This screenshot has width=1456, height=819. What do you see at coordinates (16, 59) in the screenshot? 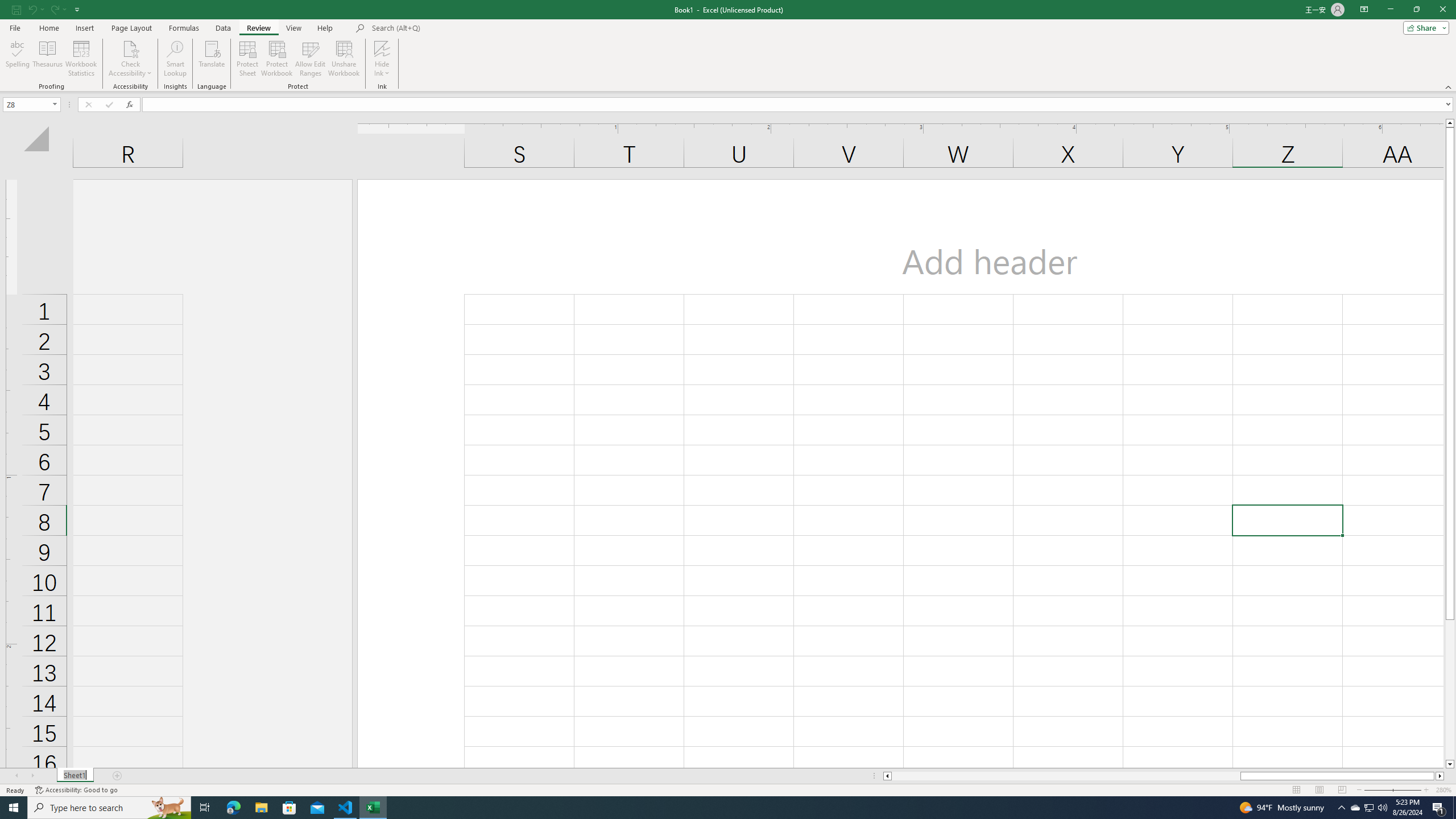
I see `'Spelling...'` at bounding box center [16, 59].